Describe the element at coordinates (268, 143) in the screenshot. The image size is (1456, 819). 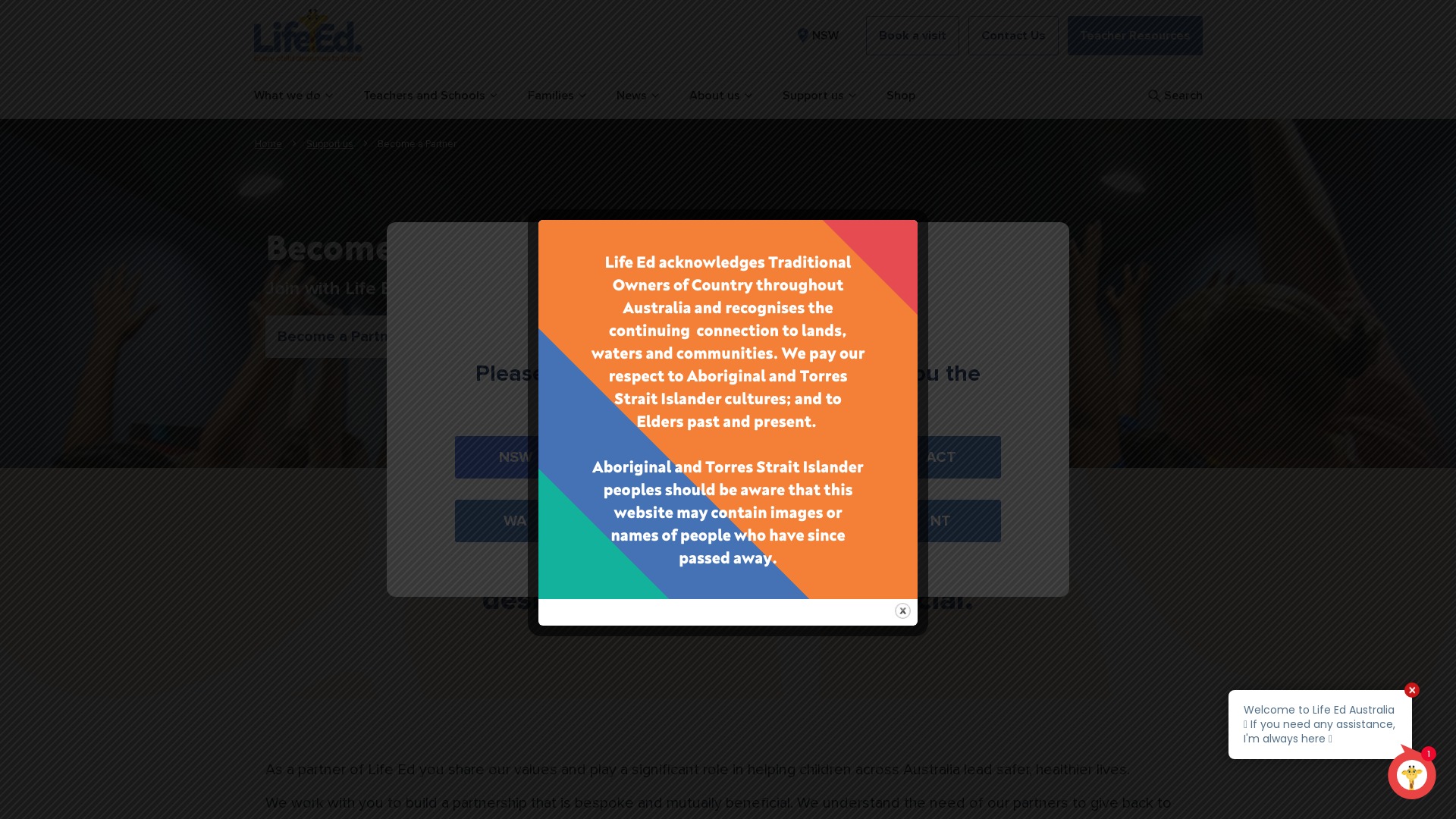
I see `'Home'` at that location.